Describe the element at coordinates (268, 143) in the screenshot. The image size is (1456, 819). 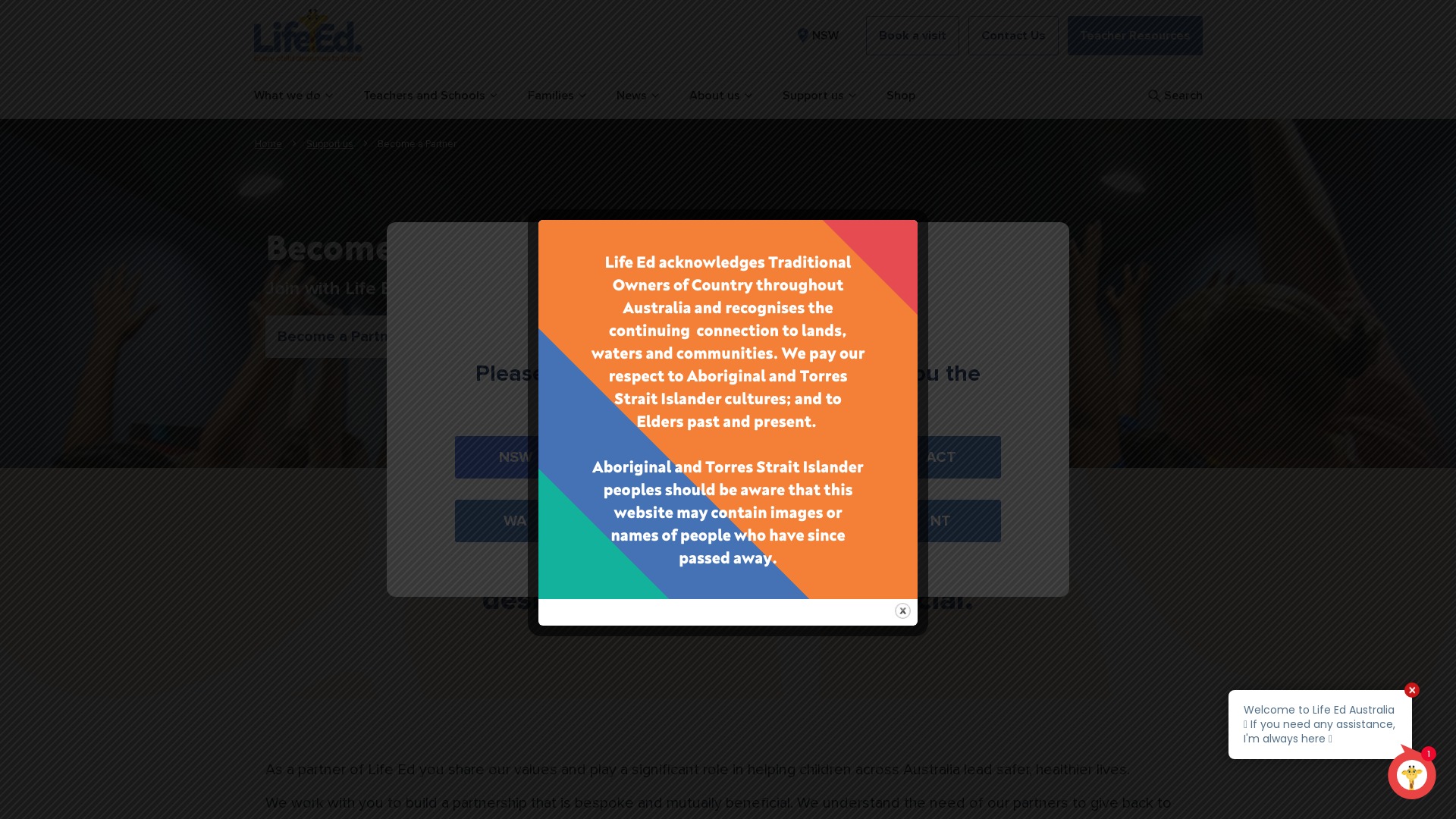
I see `'Home'` at that location.